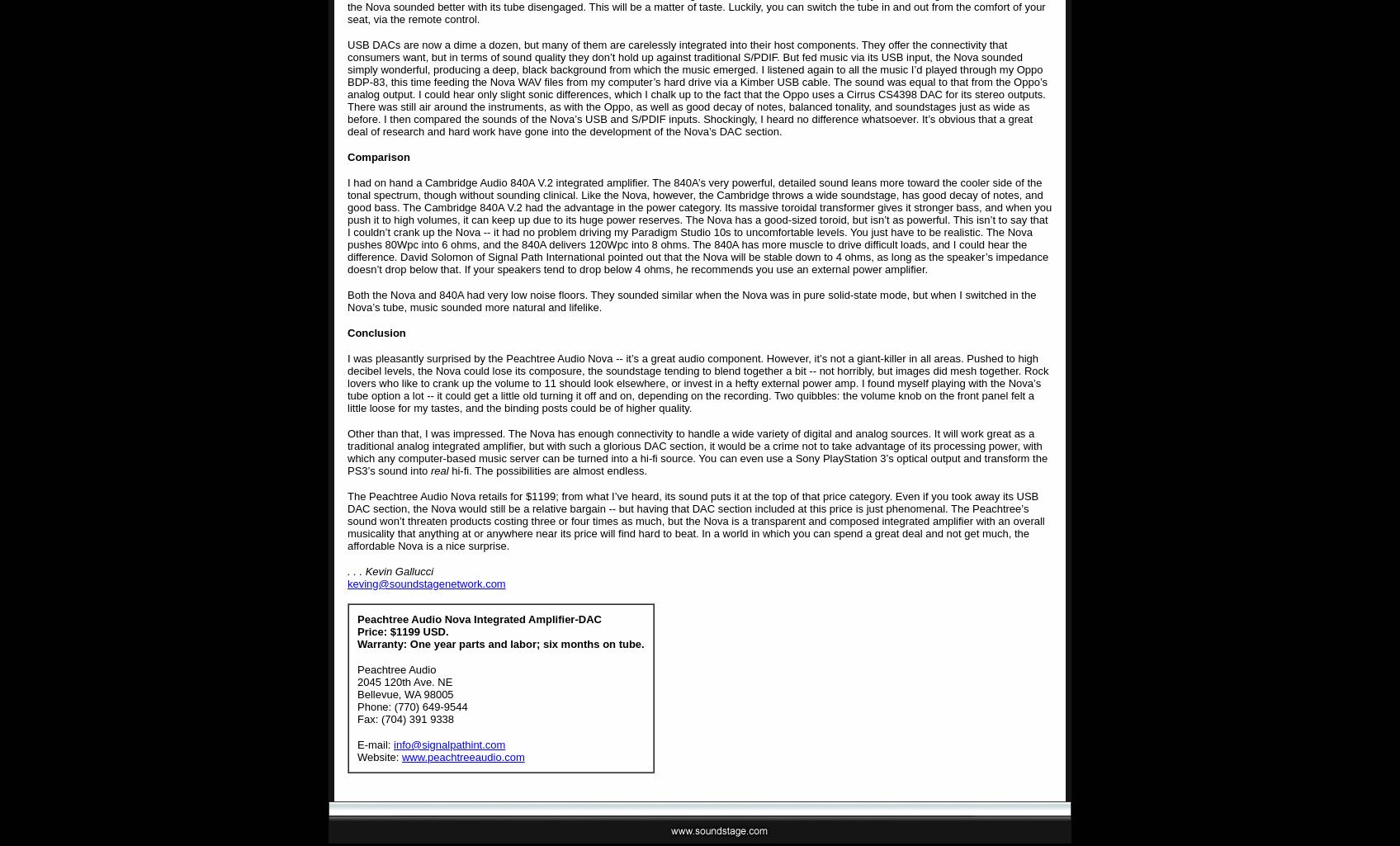 Image resolution: width=1400 pixels, height=846 pixels. Describe the element at coordinates (376, 333) in the screenshot. I see `'Conclusion'` at that location.